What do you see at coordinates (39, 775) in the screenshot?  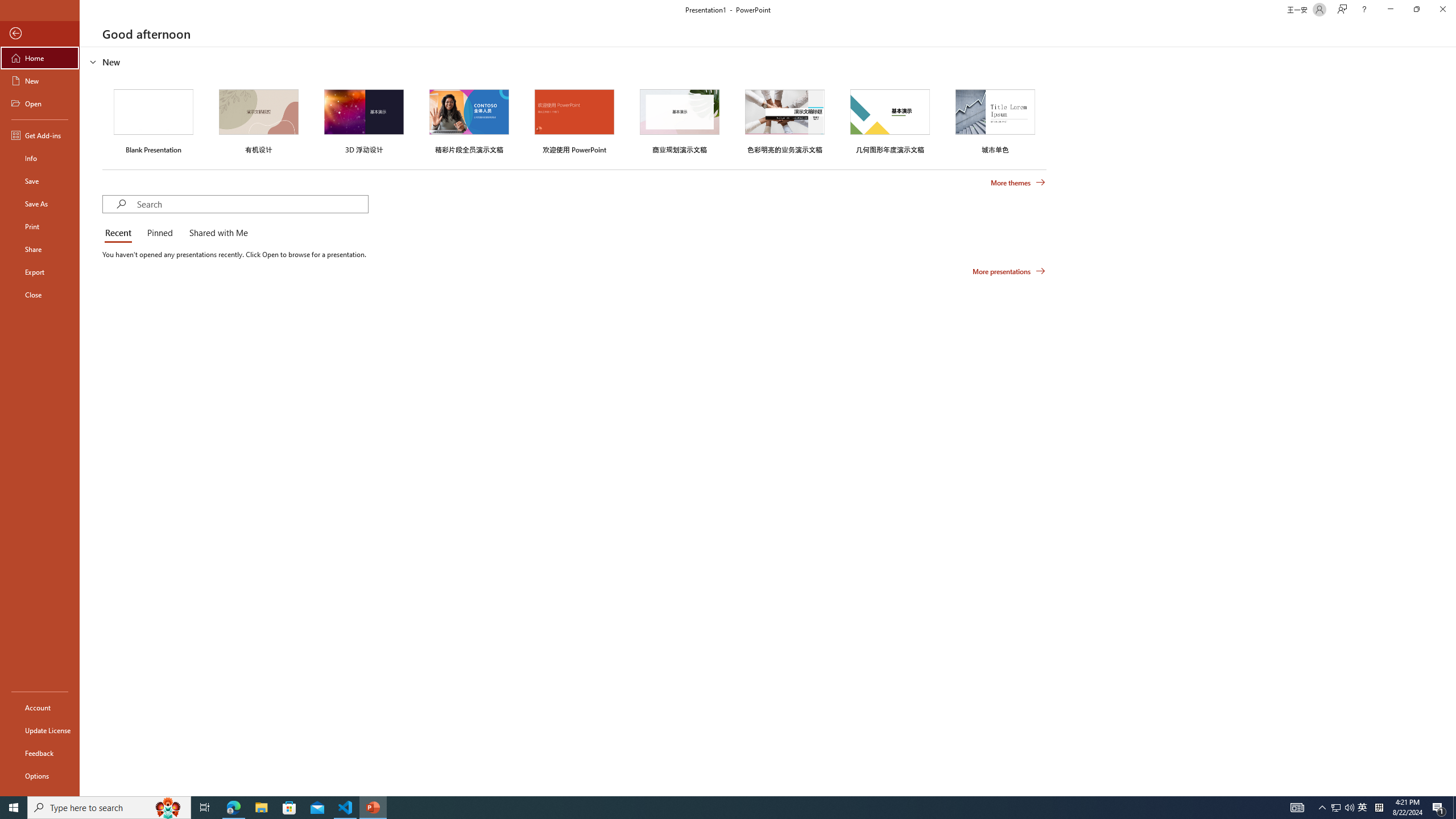 I see `'Options'` at bounding box center [39, 775].